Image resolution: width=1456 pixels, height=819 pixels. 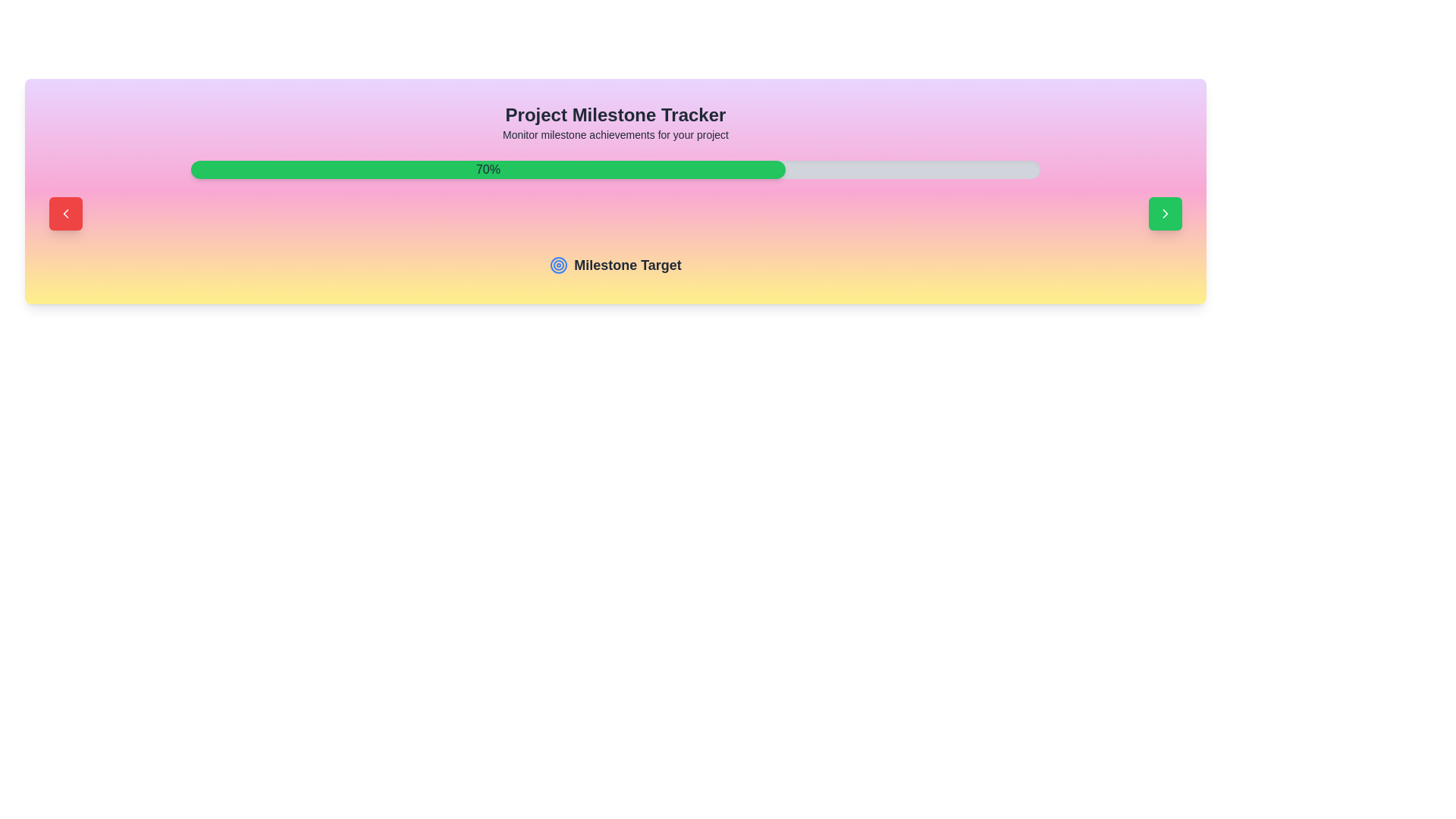 What do you see at coordinates (615, 265) in the screenshot?
I see `the label indicating a section for milestone tracking, which is horizontally centered beneath the progress bar and heading` at bounding box center [615, 265].